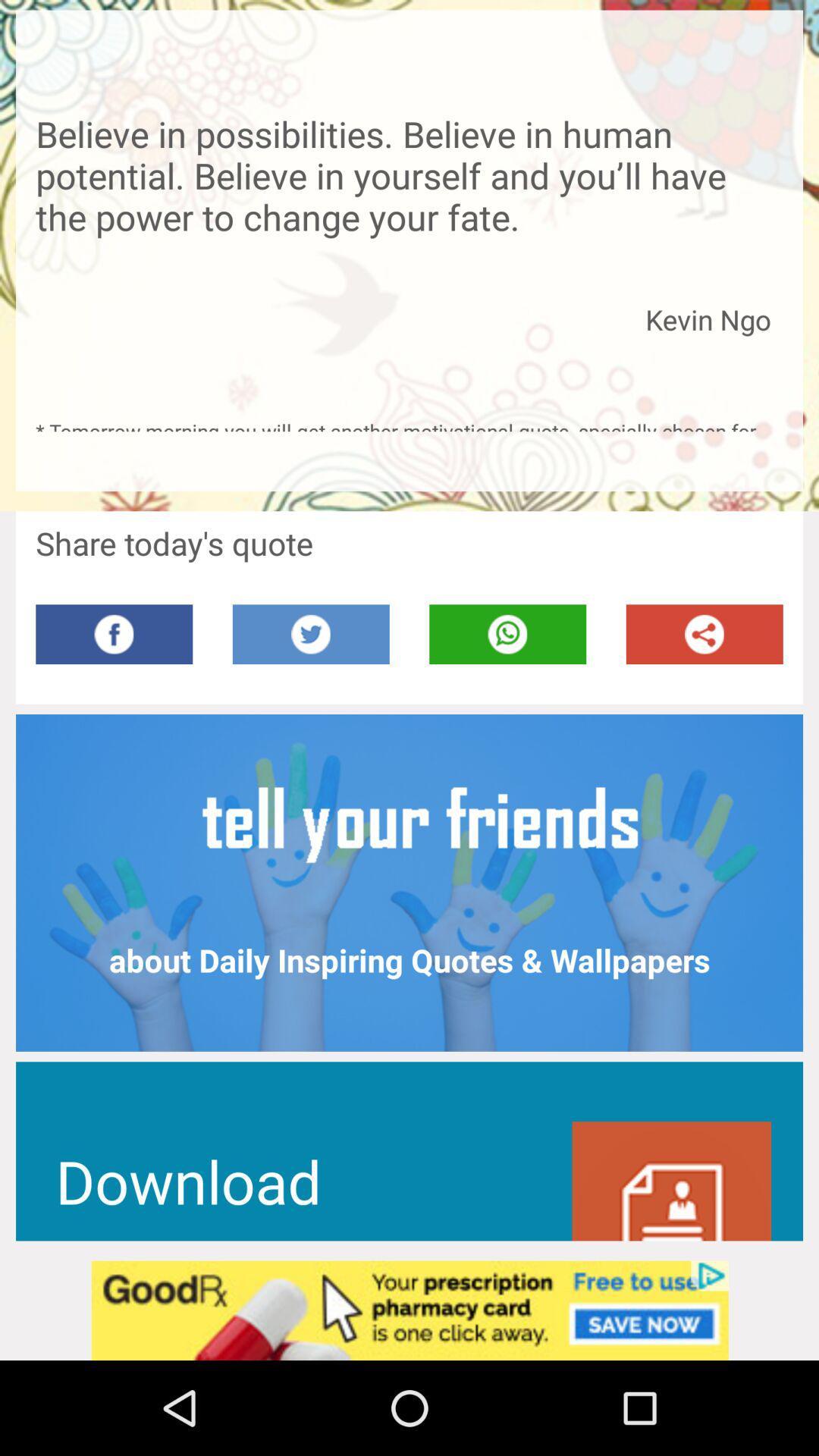  I want to click on more share options, so click(704, 634).